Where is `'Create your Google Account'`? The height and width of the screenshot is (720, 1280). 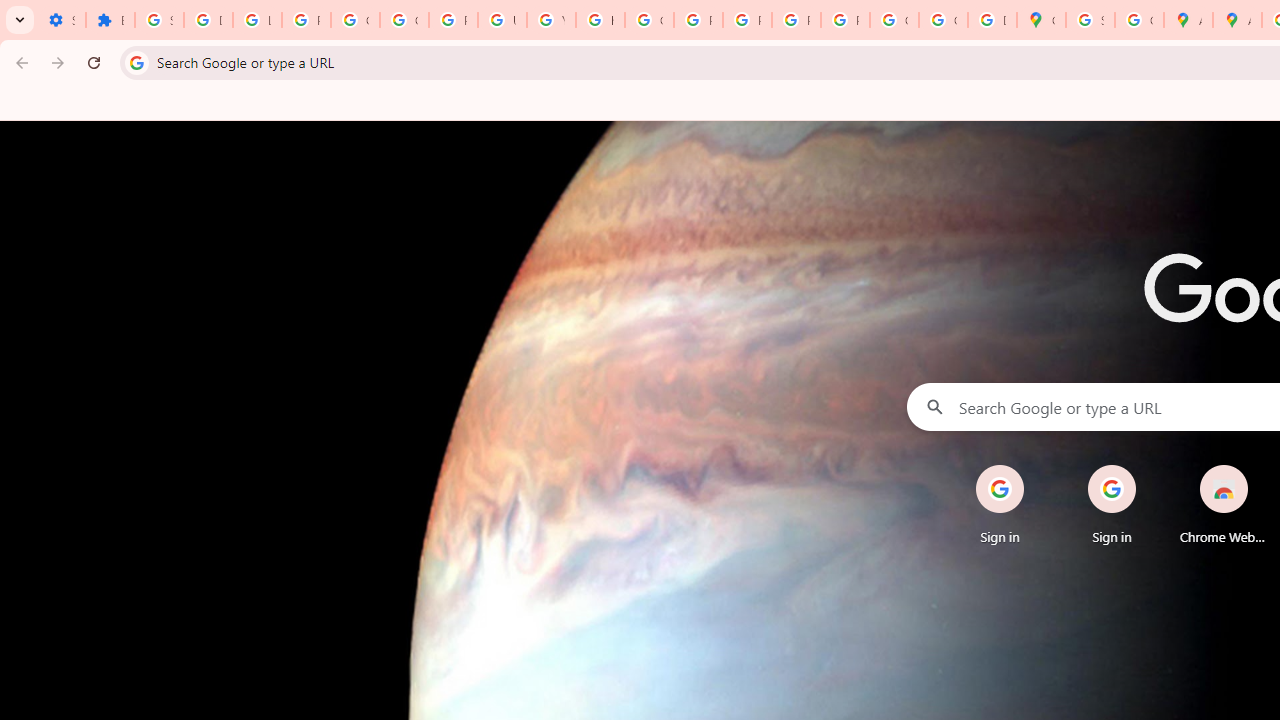
'Create your Google Account' is located at coordinates (1139, 20).